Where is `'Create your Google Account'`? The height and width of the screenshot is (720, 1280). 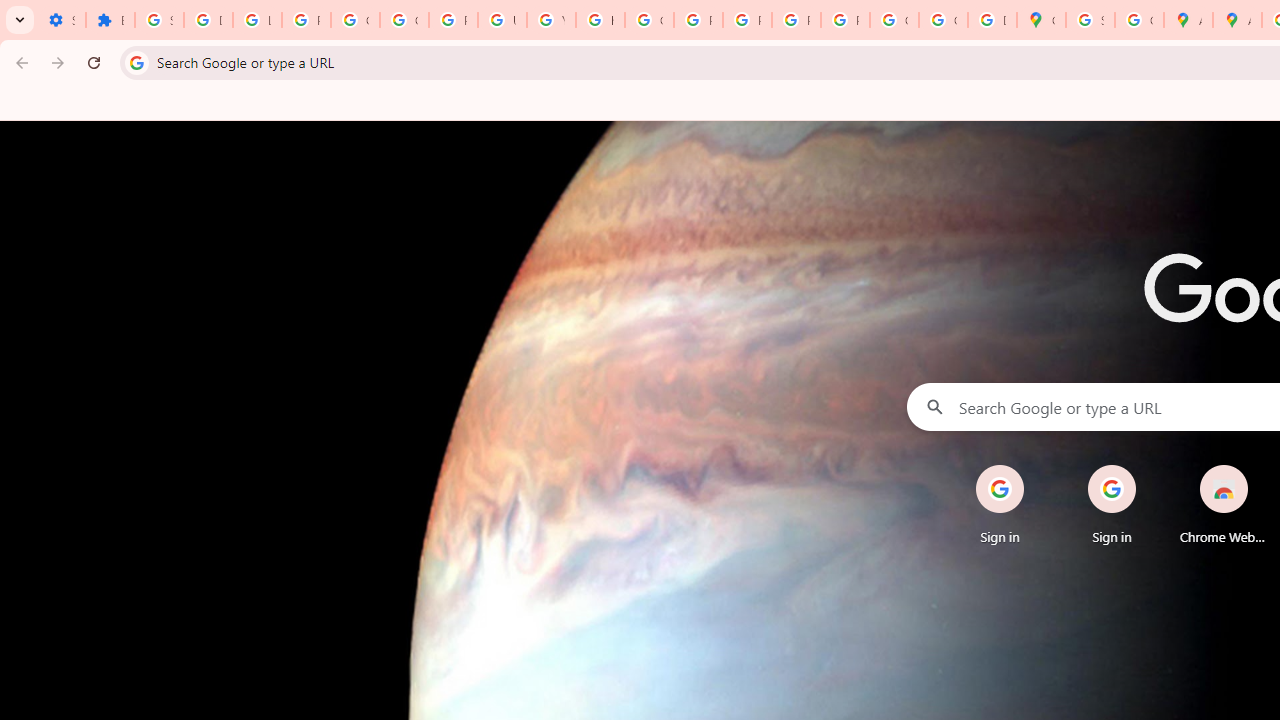
'Create your Google Account' is located at coordinates (1139, 20).